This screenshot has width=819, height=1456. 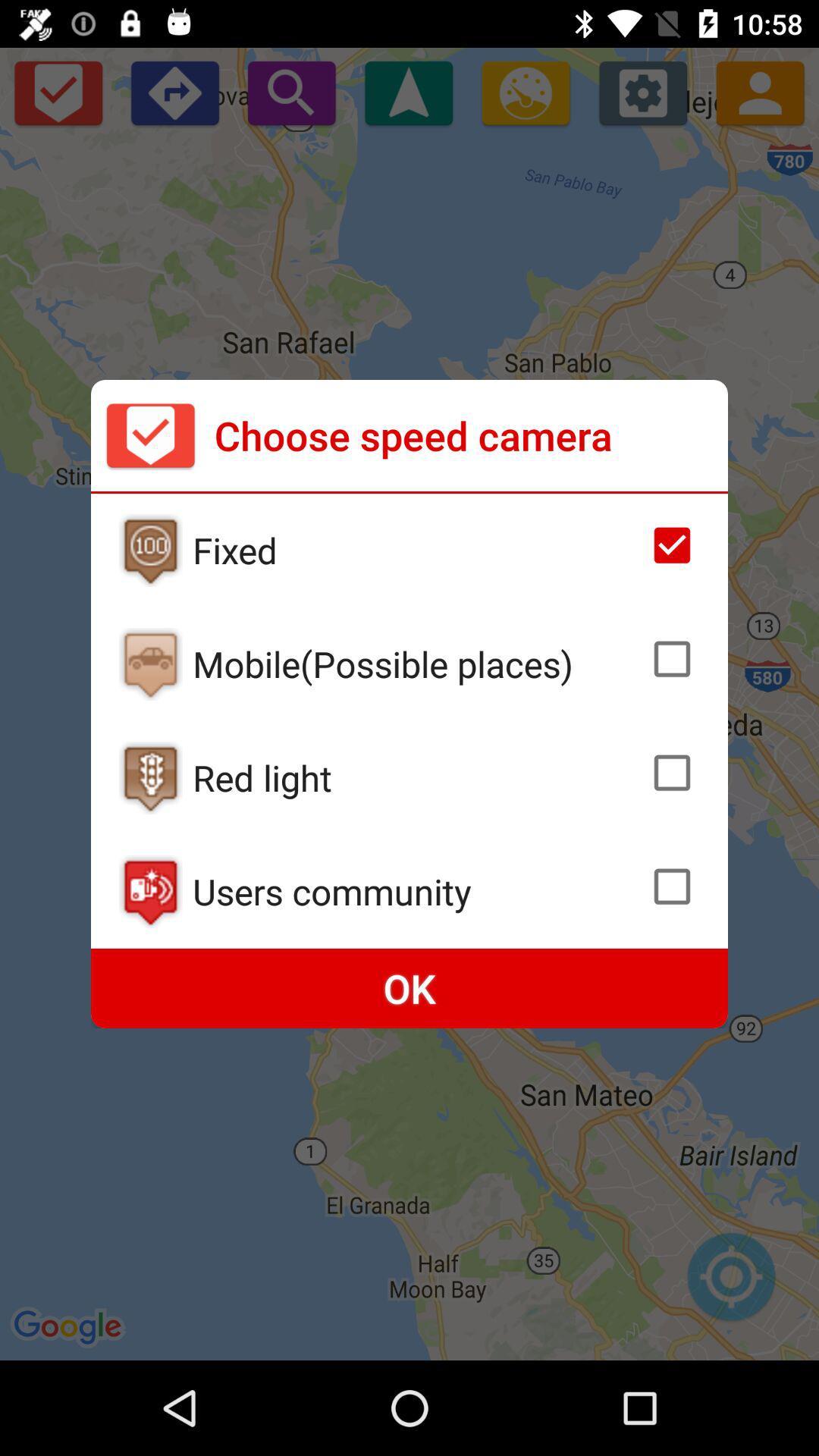 What do you see at coordinates (671, 659) in the screenshot?
I see `click check box` at bounding box center [671, 659].